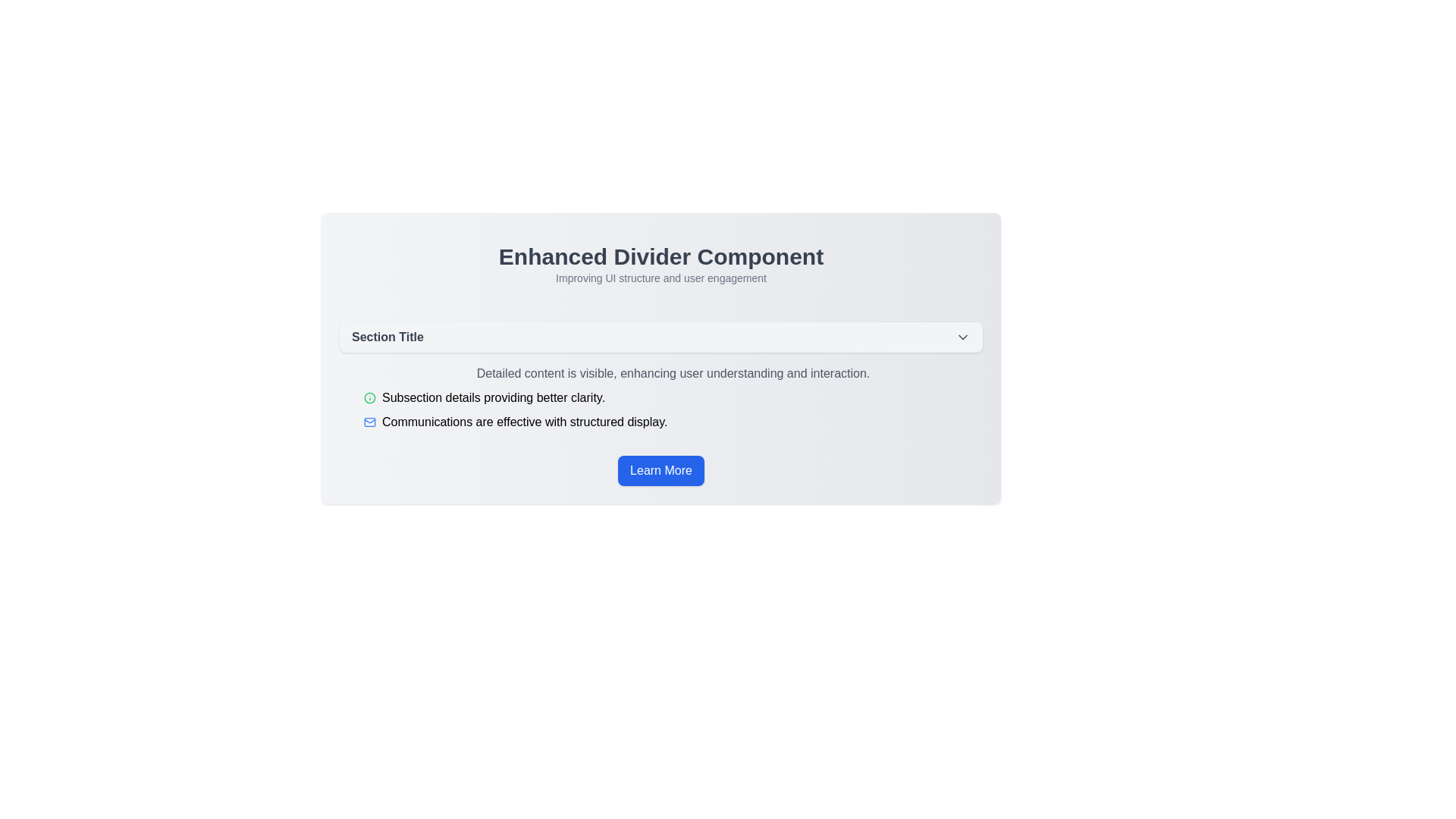 This screenshot has height=819, width=1456. What do you see at coordinates (661, 470) in the screenshot?
I see `the call-to-action button located below the informational text` at bounding box center [661, 470].